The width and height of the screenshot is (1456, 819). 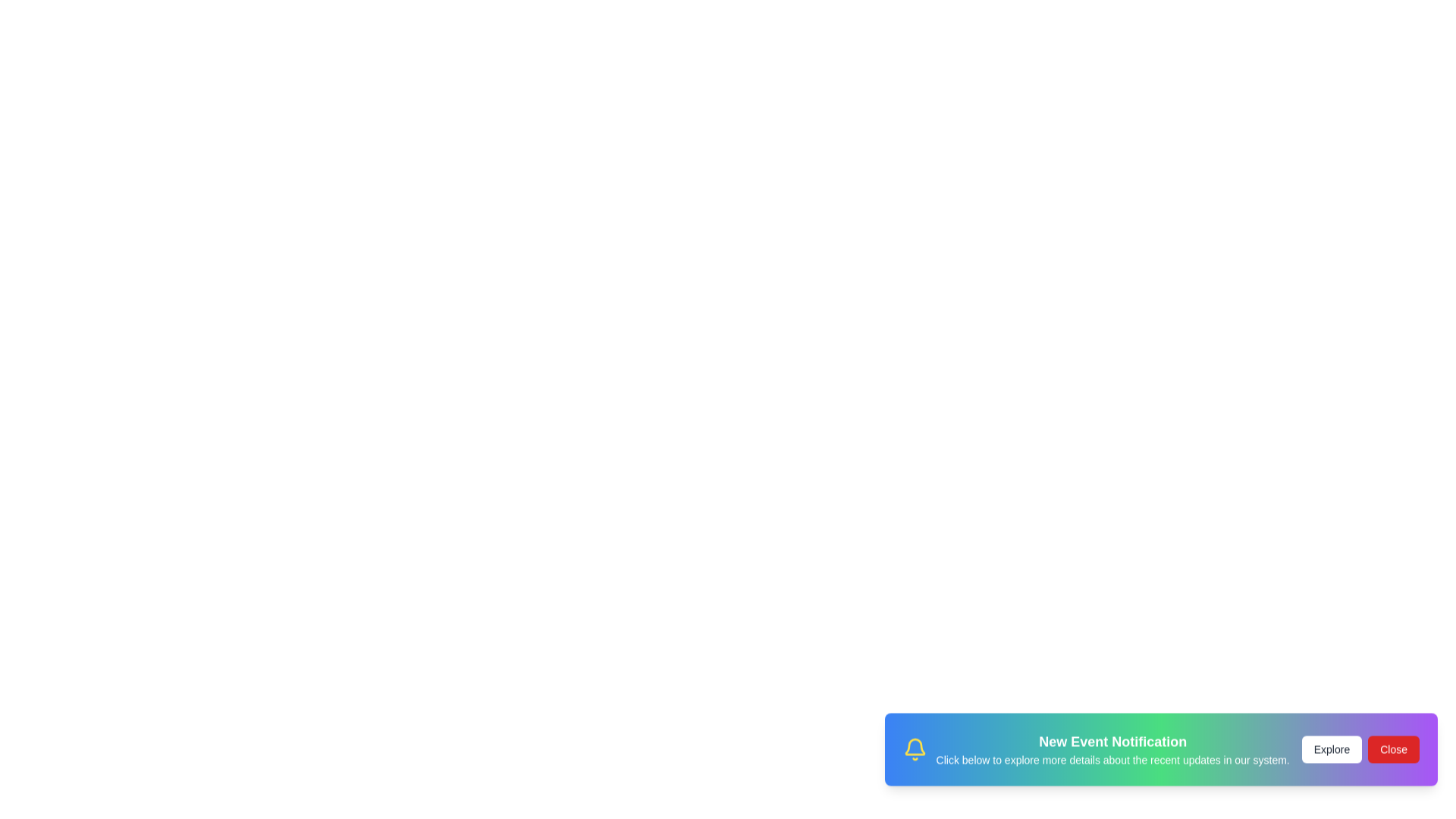 What do you see at coordinates (1331, 758) in the screenshot?
I see `the 'Explore' button` at bounding box center [1331, 758].